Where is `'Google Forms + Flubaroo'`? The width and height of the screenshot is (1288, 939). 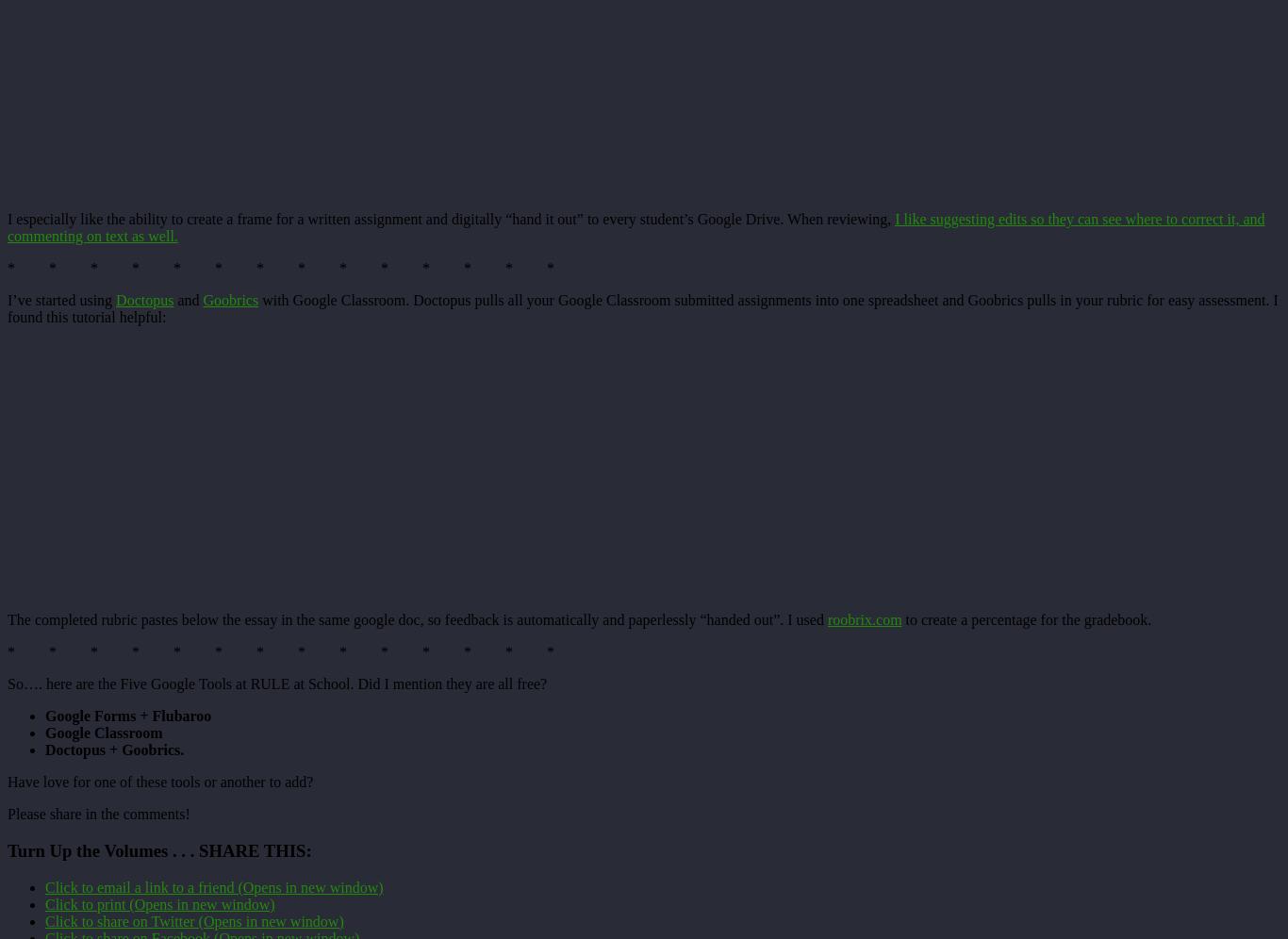
'Google Forms + Flubaroo' is located at coordinates (127, 716).